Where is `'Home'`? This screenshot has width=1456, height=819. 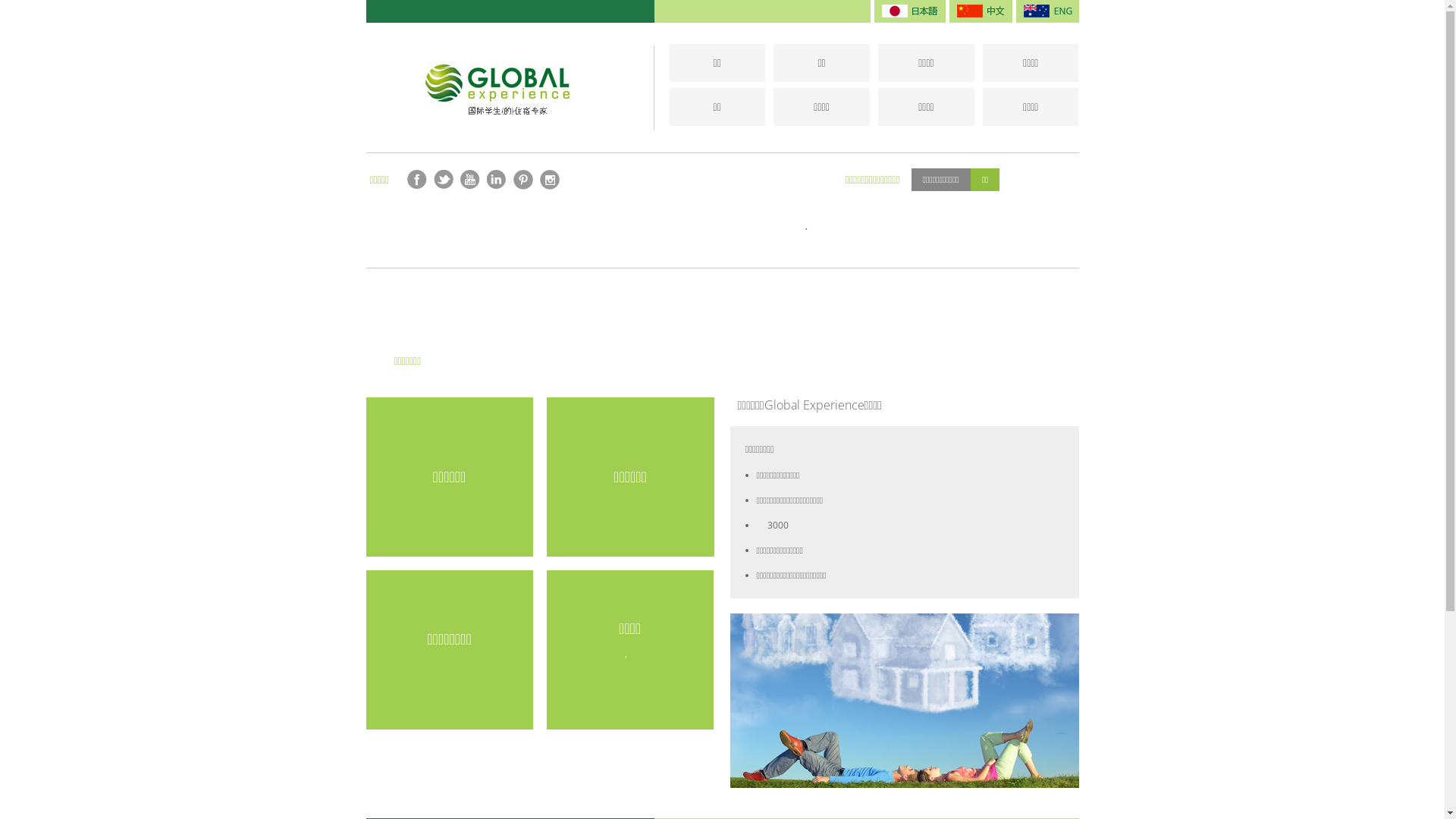 'Home' is located at coordinates (510, 87).